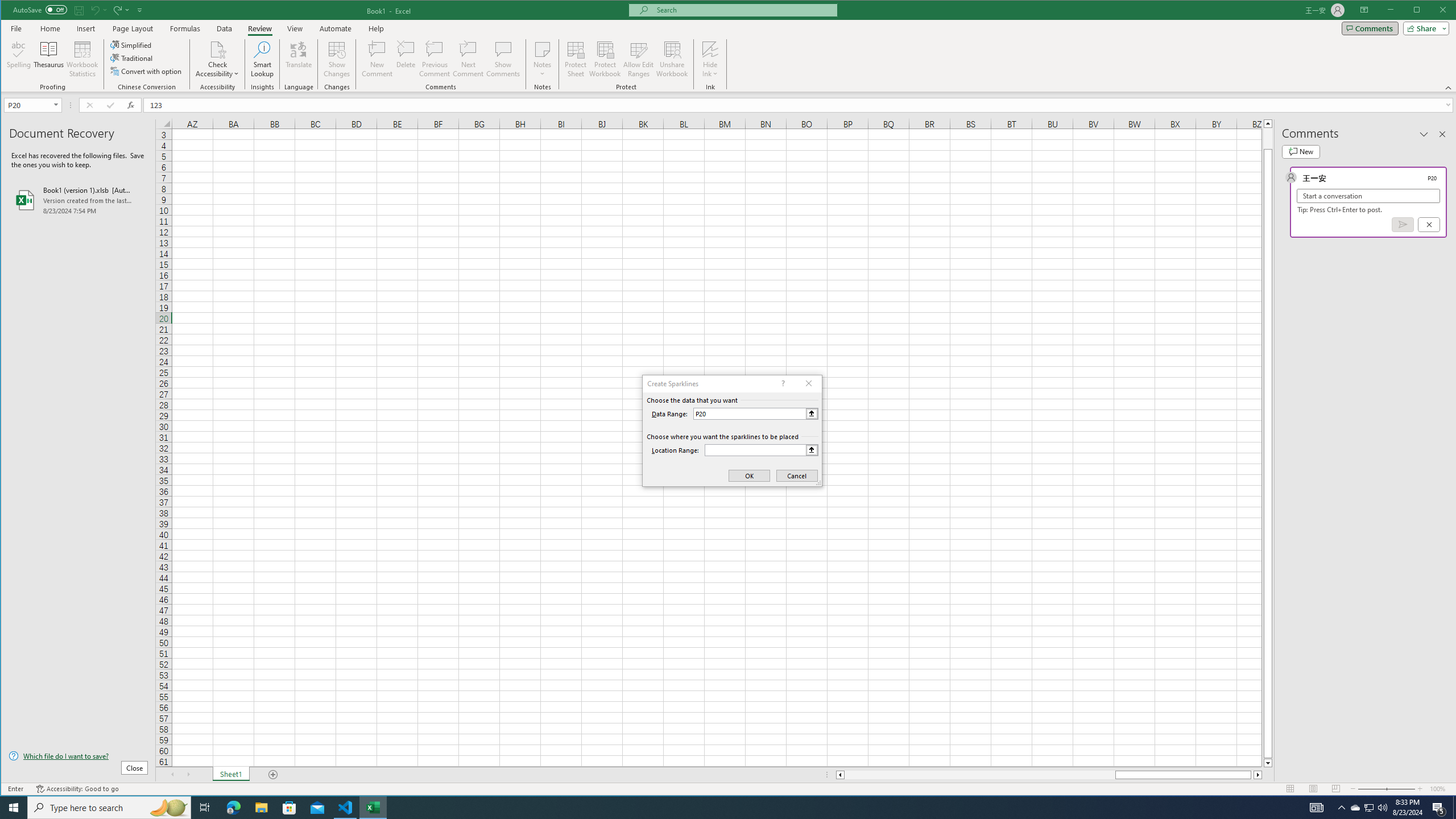 The height and width of the screenshot is (819, 1456). What do you see at coordinates (336, 59) in the screenshot?
I see `'Show Changes'` at bounding box center [336, 59].